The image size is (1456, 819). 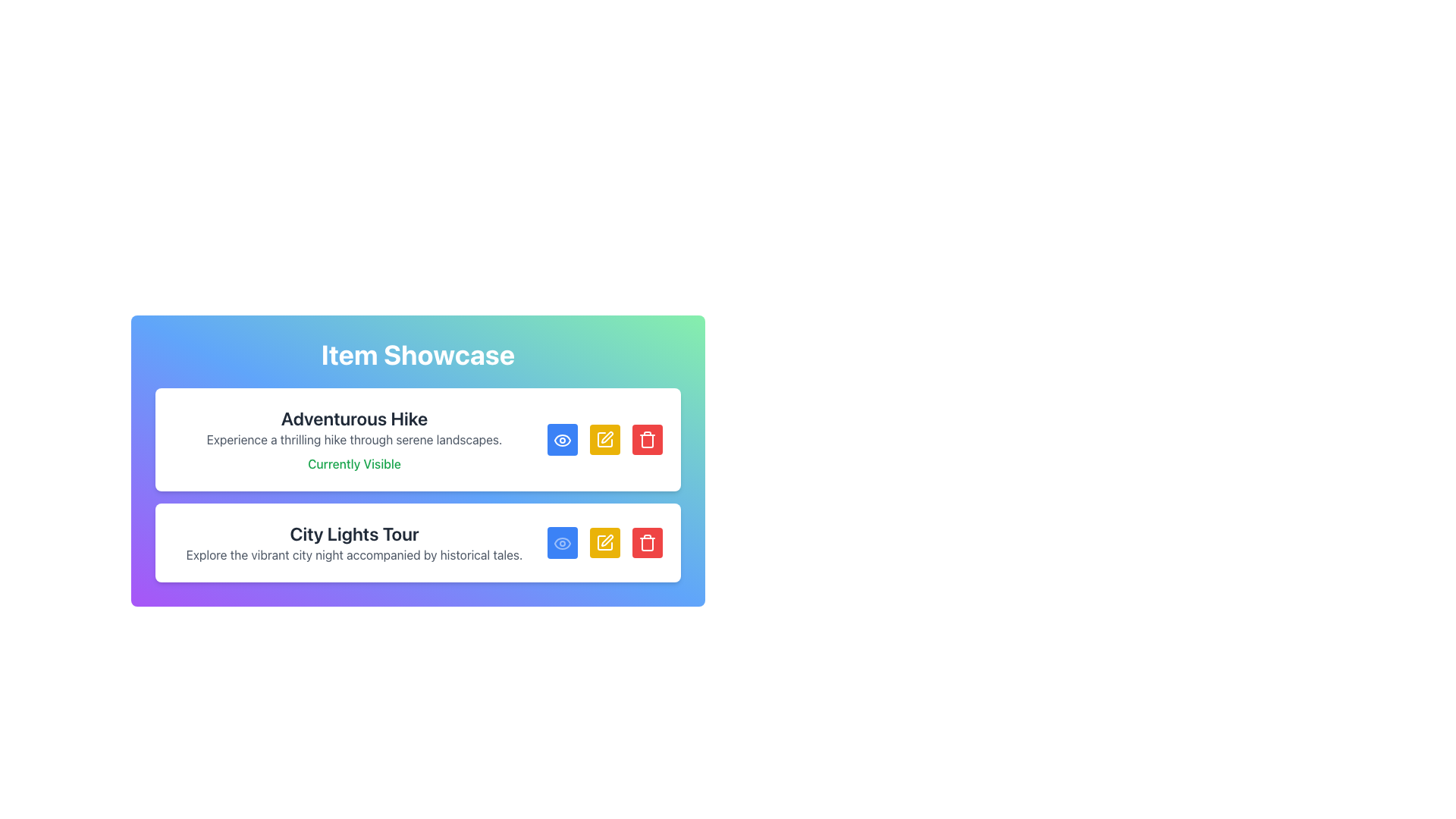 What do you see at coordinates (604, 439) in the screenshot?
I see `the edit button located in the first row of the main showcase component, positioned to the right of the text 'Adventurous Hike', as it is the second icon from the left in a group of three icons` at bounding box center [604, 439].